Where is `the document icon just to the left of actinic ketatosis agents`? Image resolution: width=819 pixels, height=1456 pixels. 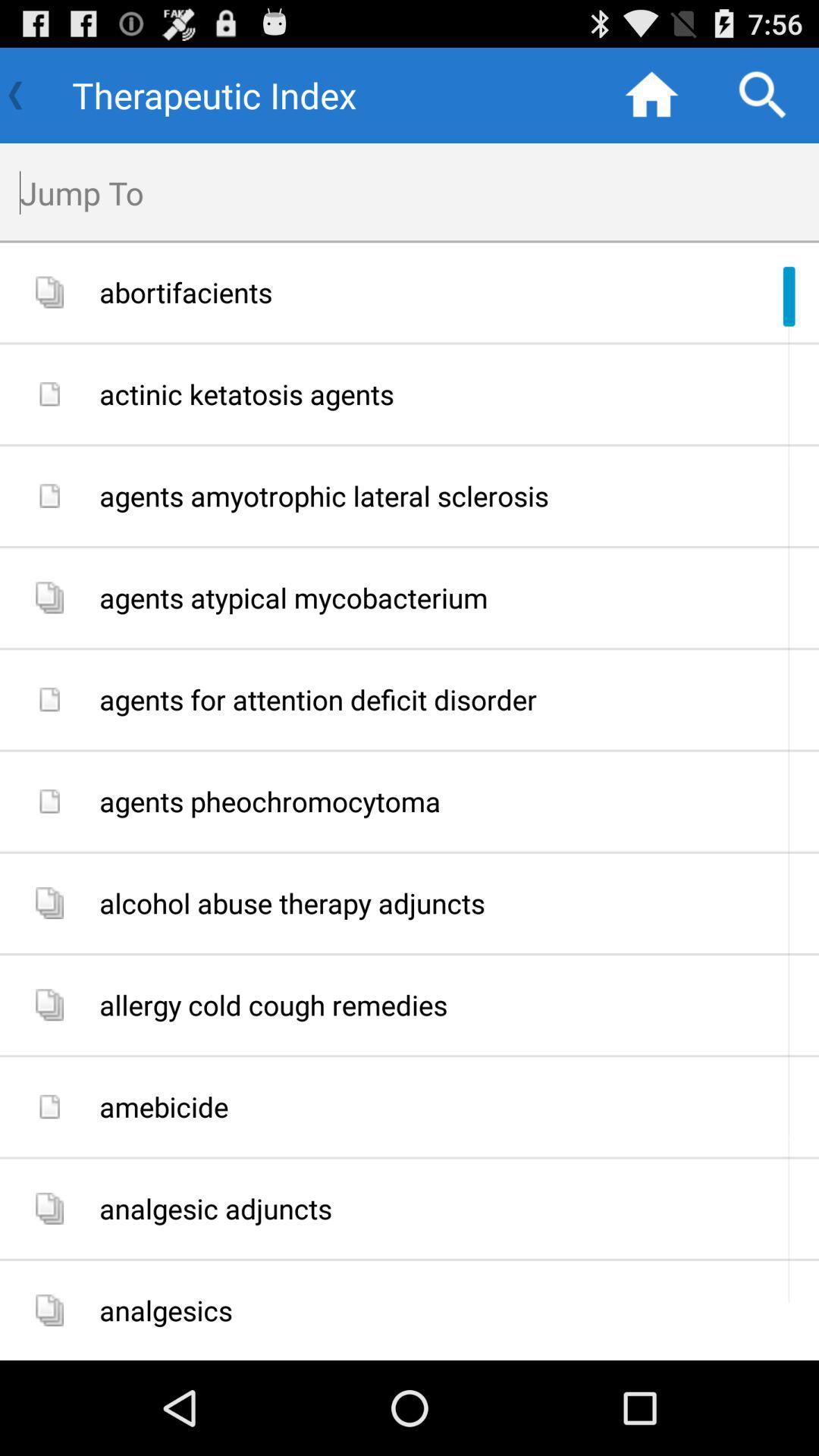
the document icon just to the left of actinic ketatosis agents is located at coordinates (49, 394).